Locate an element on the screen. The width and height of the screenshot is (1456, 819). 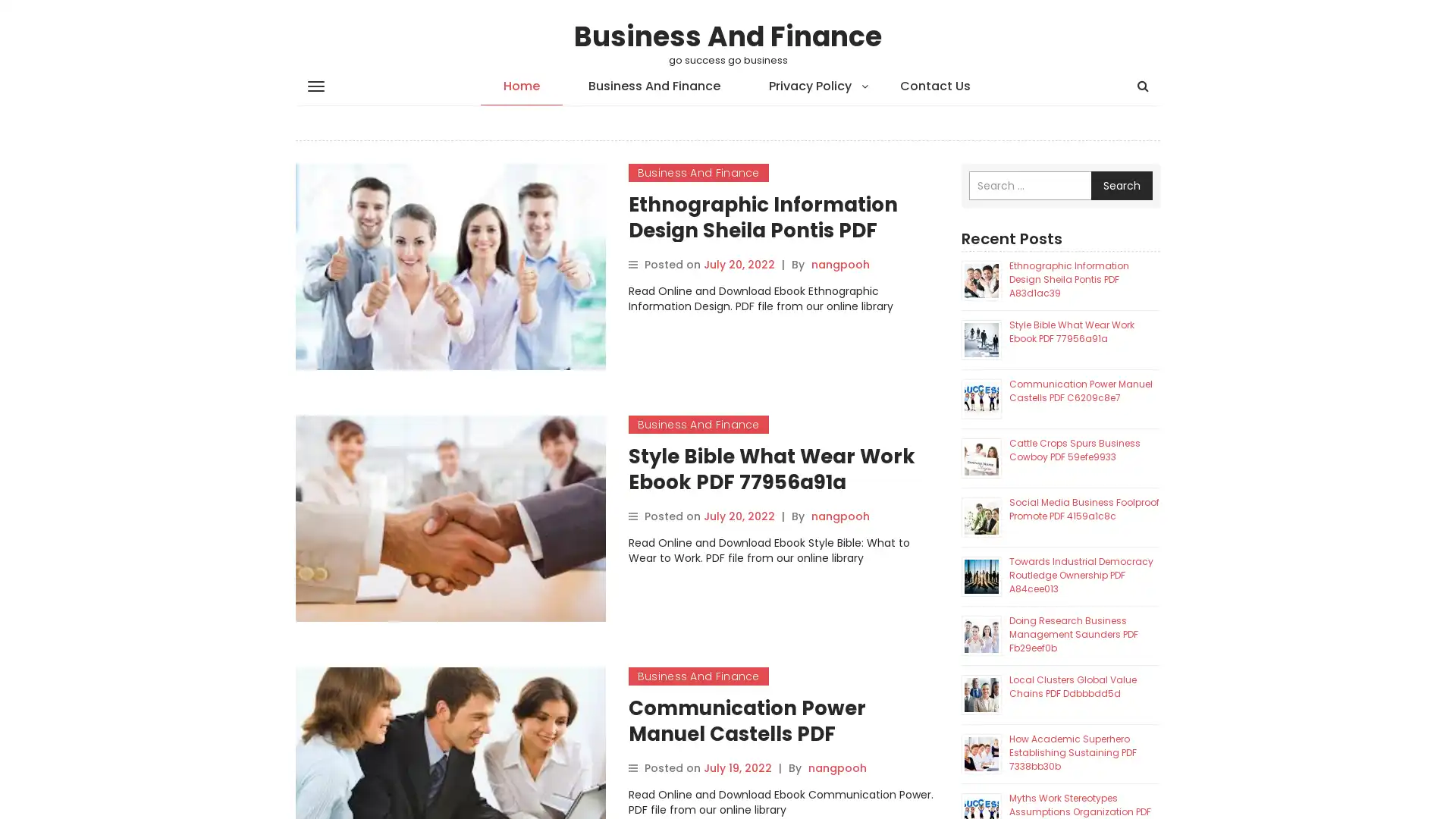
Search is located at coordinates (1122, 185).